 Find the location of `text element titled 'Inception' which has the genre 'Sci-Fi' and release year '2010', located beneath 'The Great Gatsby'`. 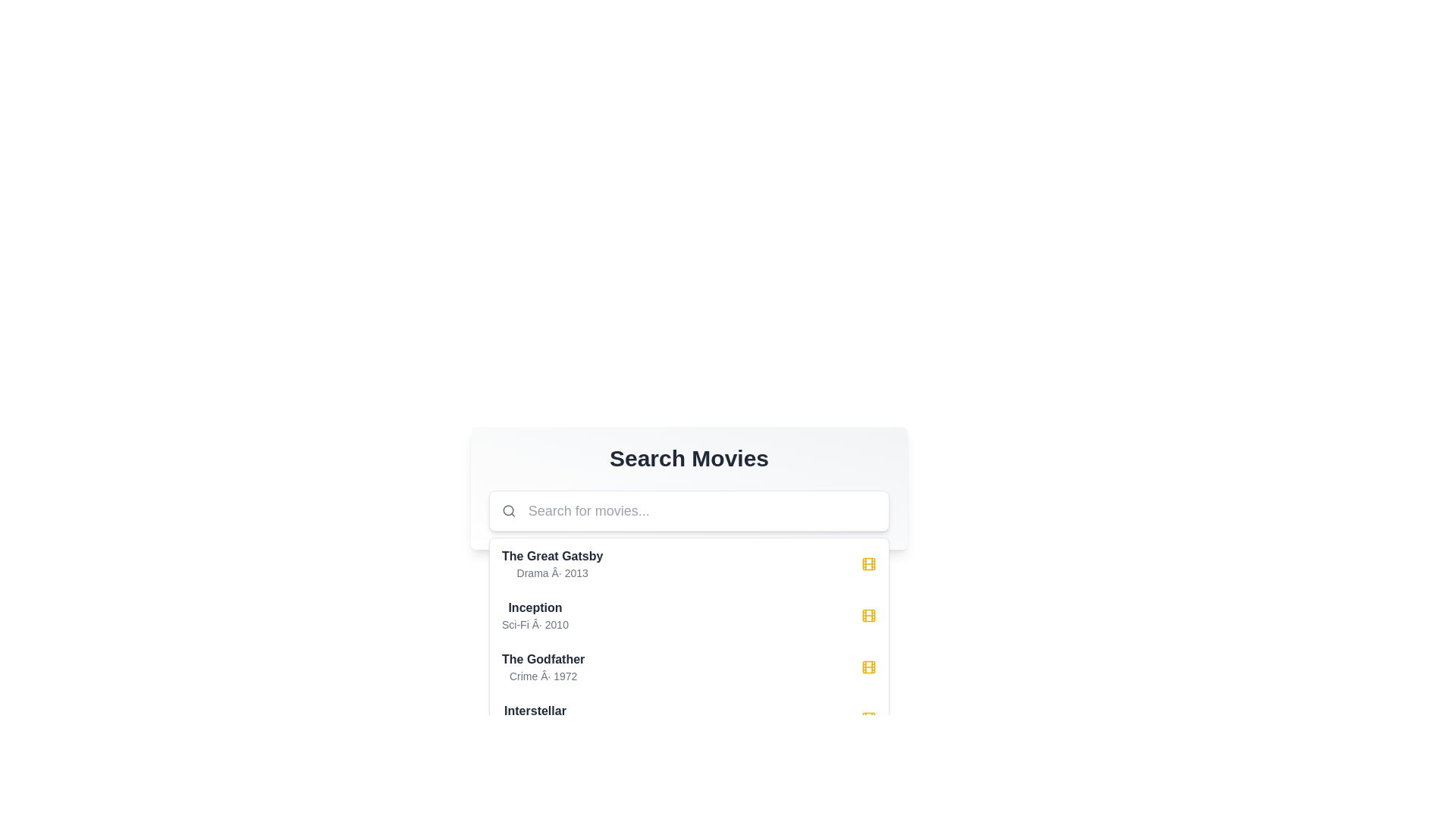

text element titled 'Inception' which has the genre 'Sci-Fi' and release year '2010', located beneath 'The Great Gatsby' is located at coordinates (535, 616).